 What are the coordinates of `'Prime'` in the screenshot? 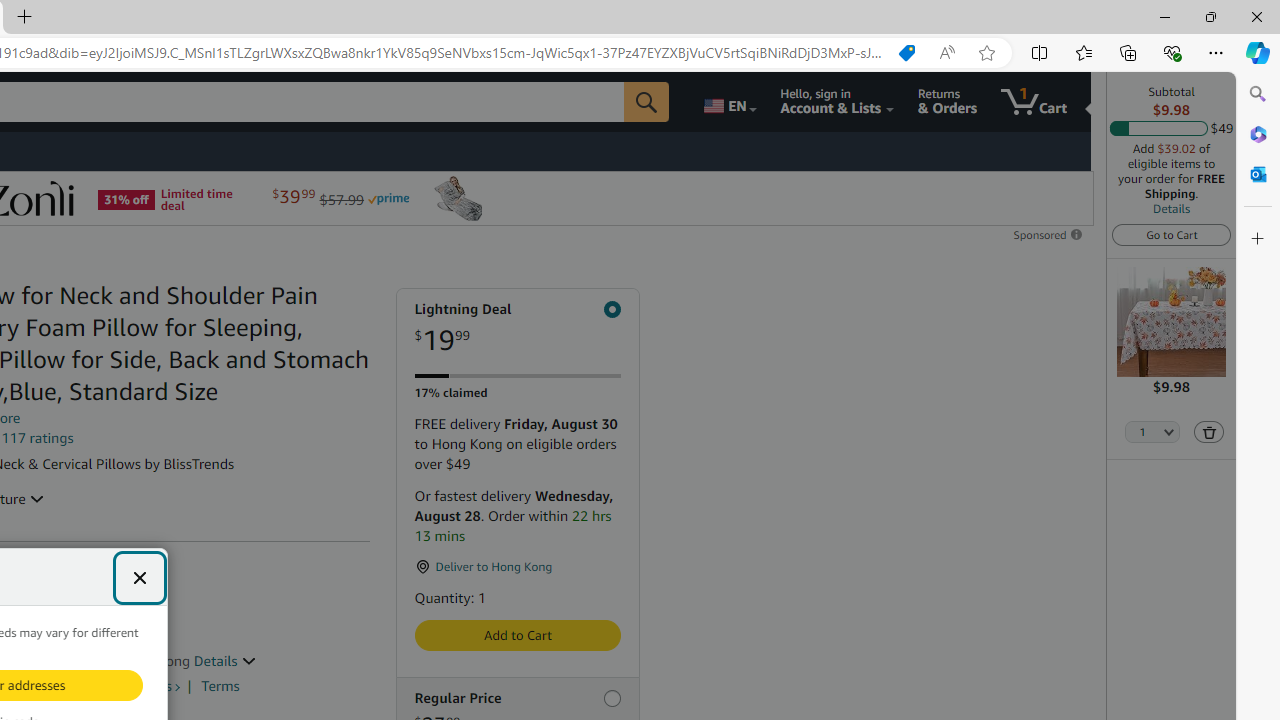 It's located at (388, 199).